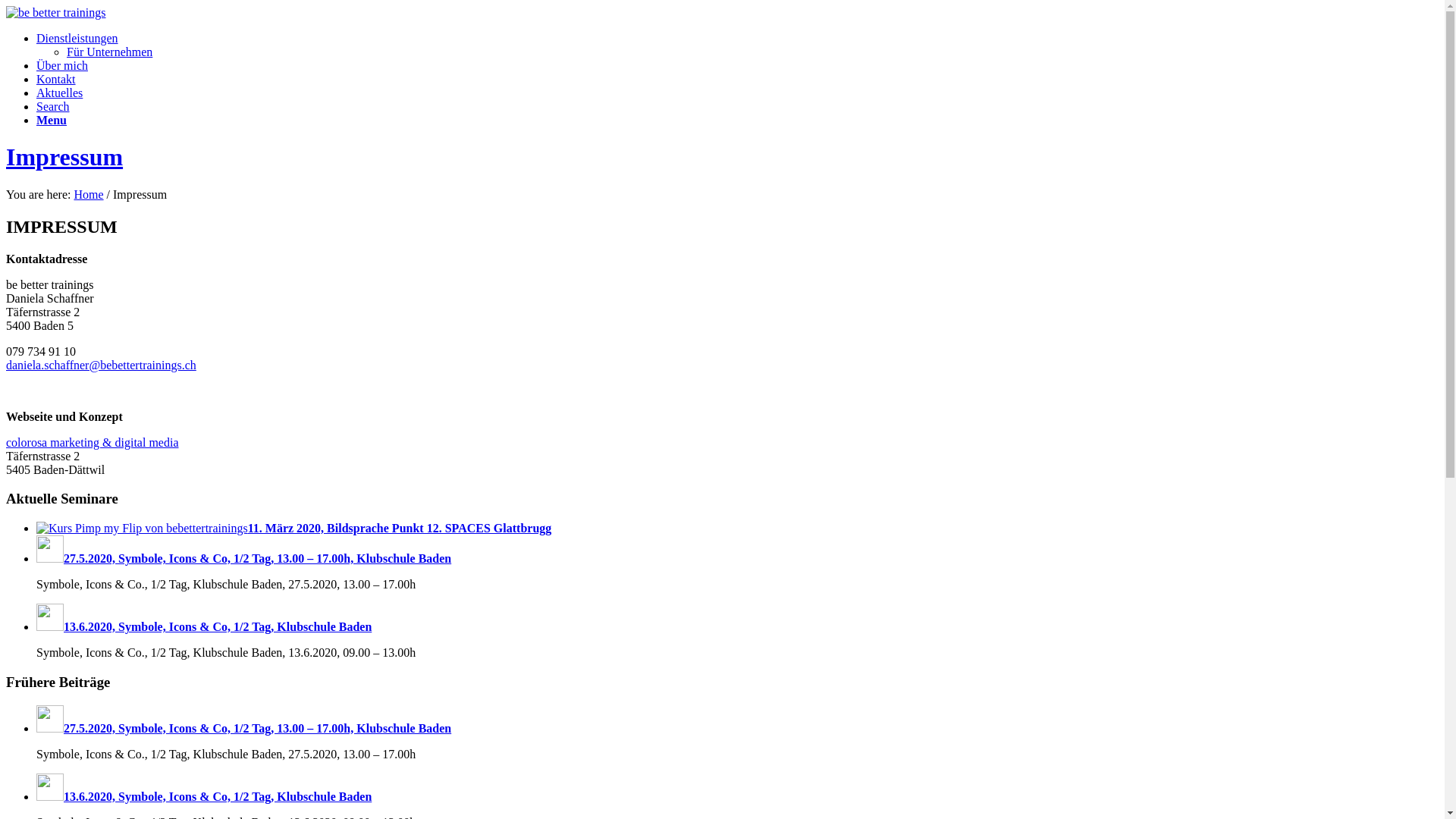 This screenshot has width=1456, height=819. What do you see at coordinates (91, 442) in the screenshot?
I see `'colorosa marketing & digital media'` at bounding box center [91, 442].